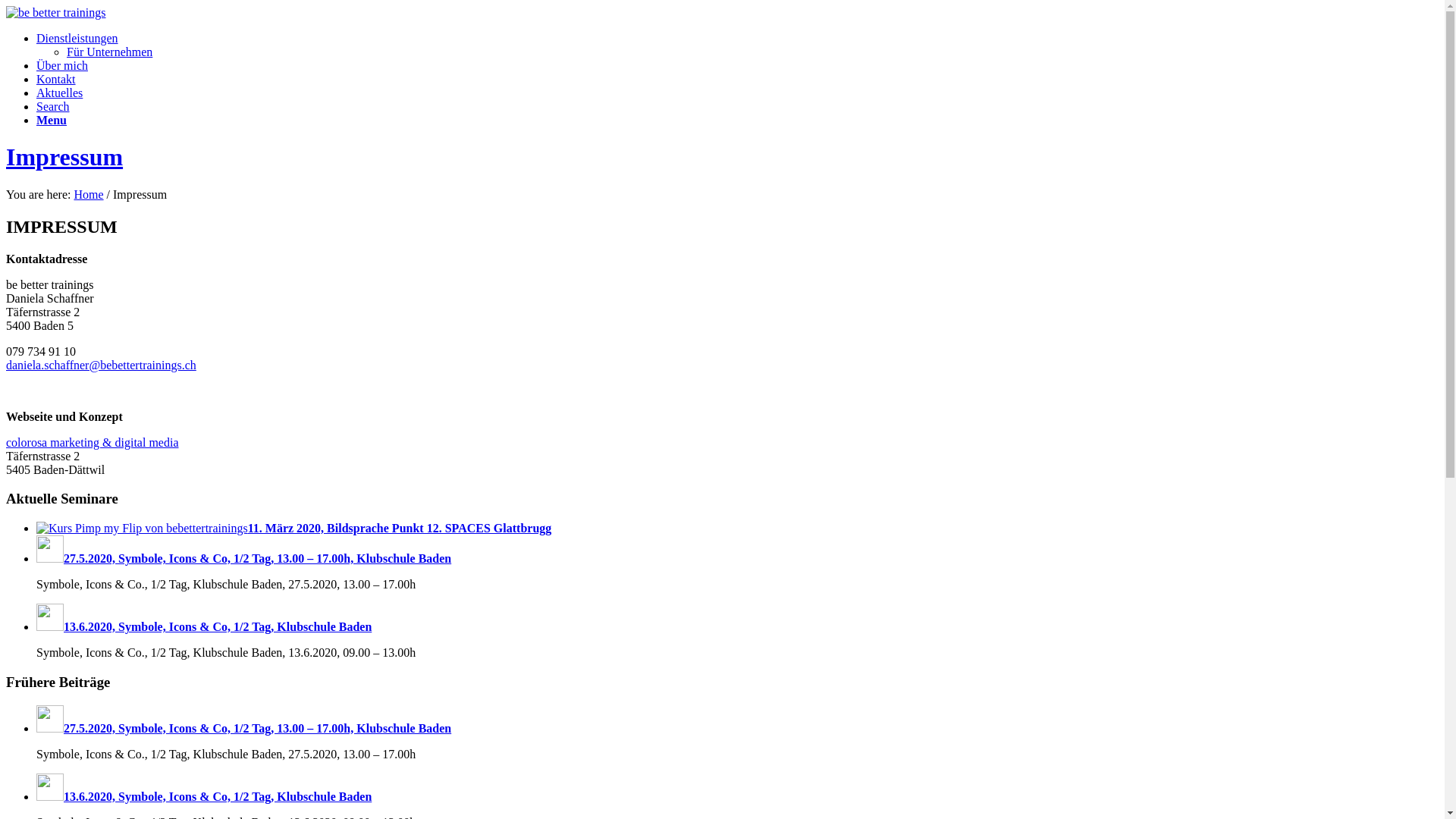 This screenshot has width=1456, height=819. What do you see at coordinates (91, 442) in the screenshot?
I see `'colorosa marketing & digital media'` at bounding box center [91, 442].